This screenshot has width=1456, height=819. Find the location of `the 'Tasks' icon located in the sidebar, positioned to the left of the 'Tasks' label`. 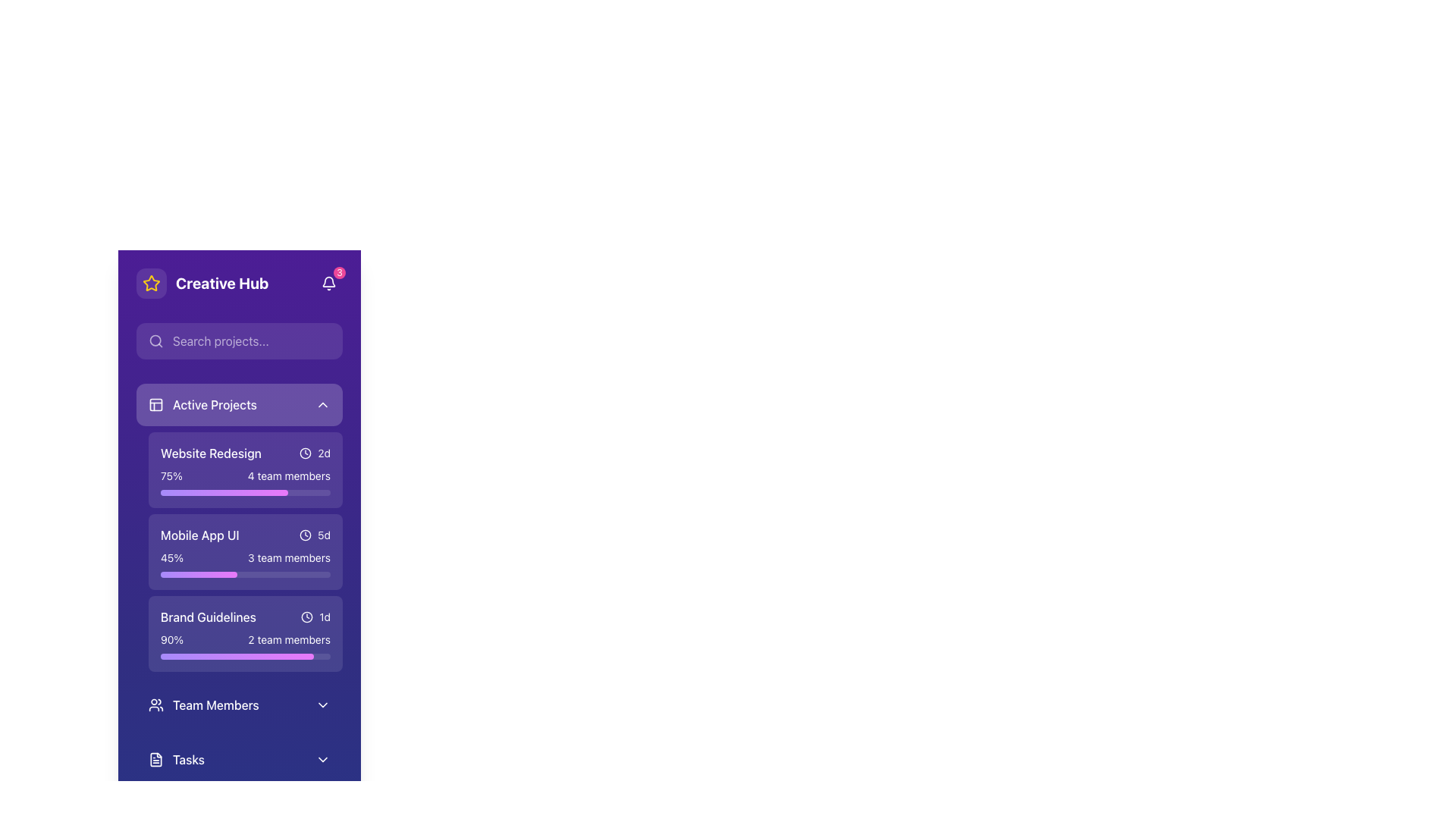

the 'Tasks' icon located in the sidebar, positioned to the left of the 'Tasks' label is located at coordinates (156, 760).